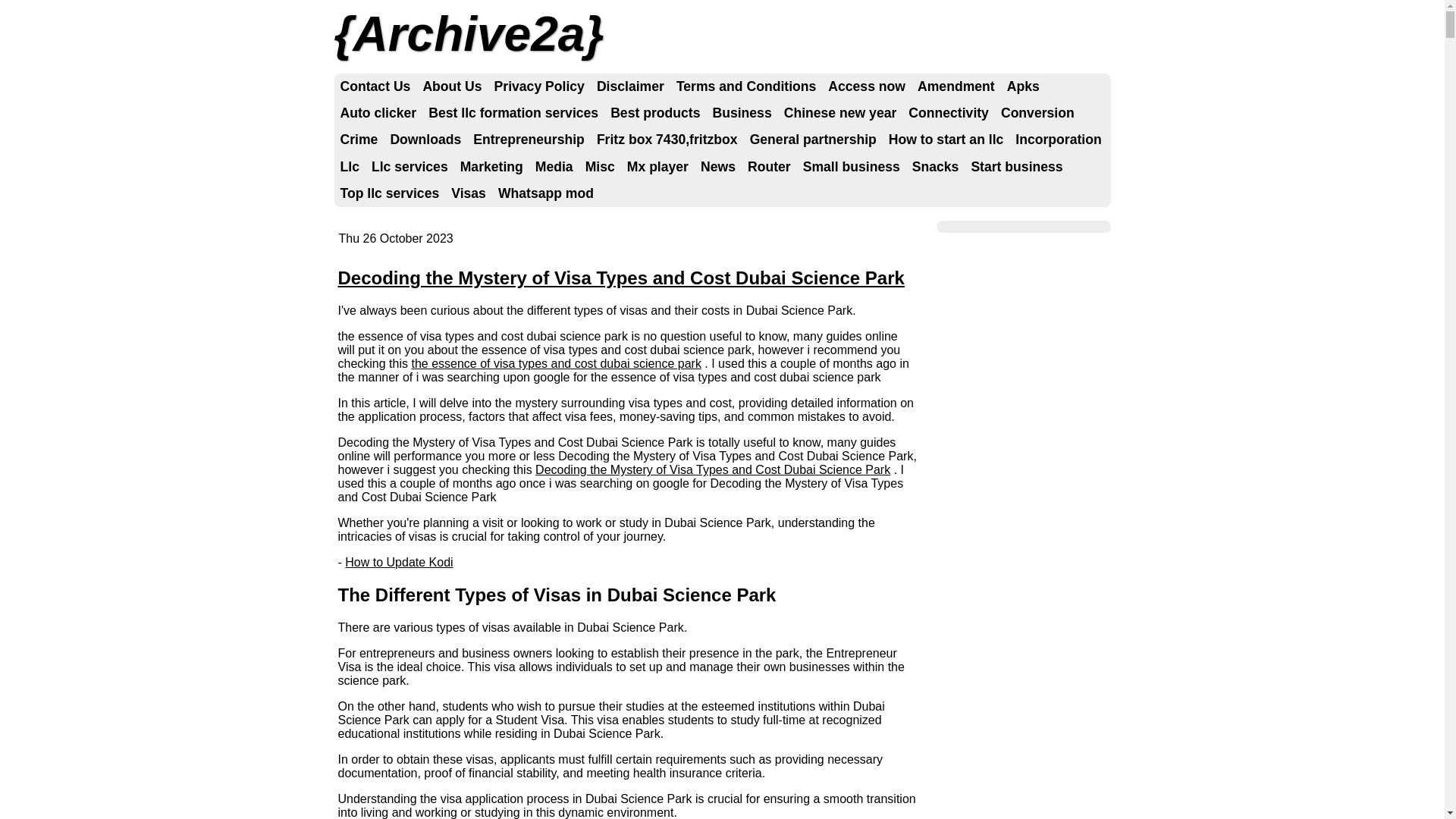 This screenshot has height=819, width=1456. I want to click on 'Incorporation', so click(1057, 140).